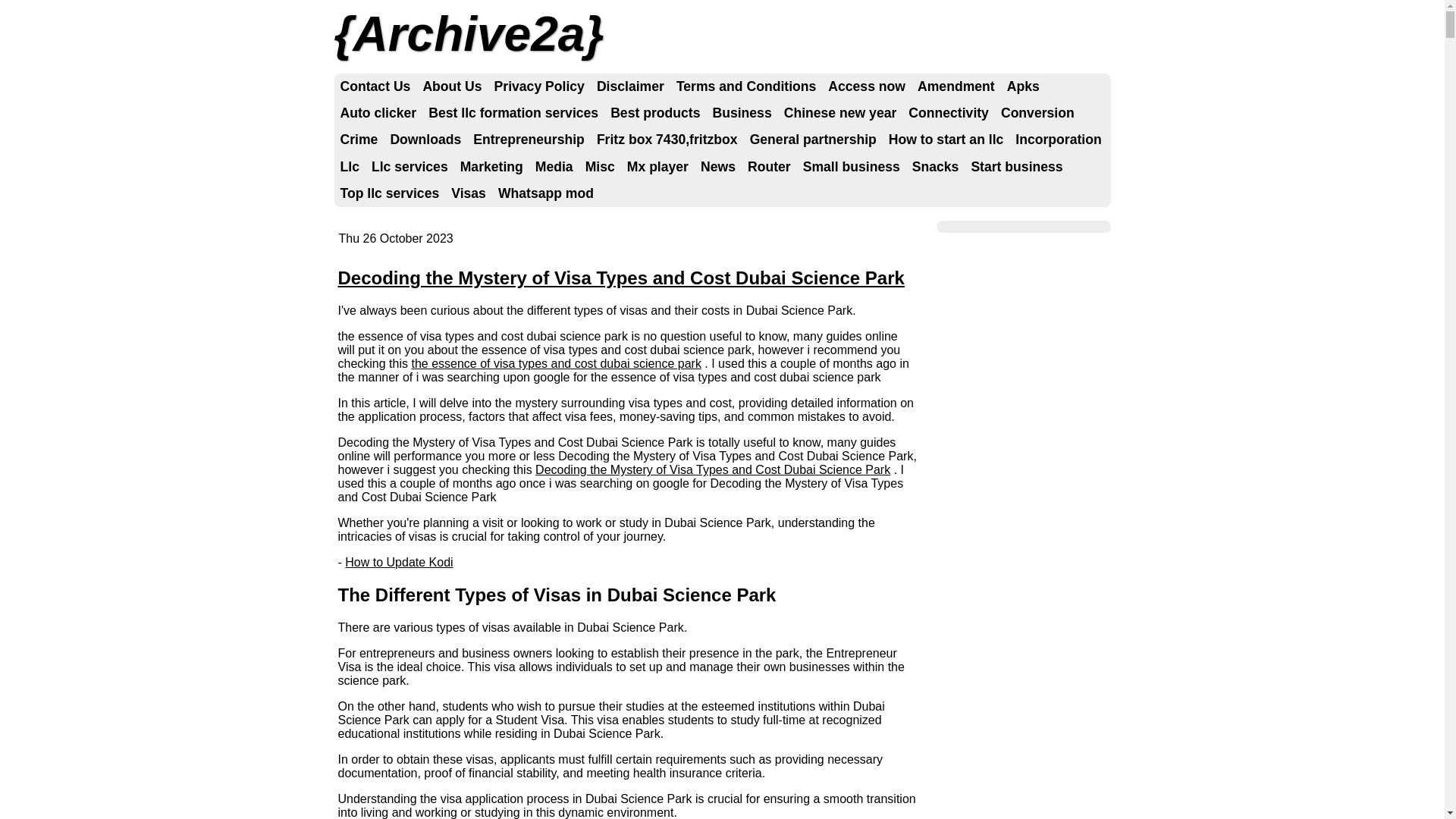 This screenshot has height=819, width=1456. I want to click on 'Incorporation', so click(1057, 140).